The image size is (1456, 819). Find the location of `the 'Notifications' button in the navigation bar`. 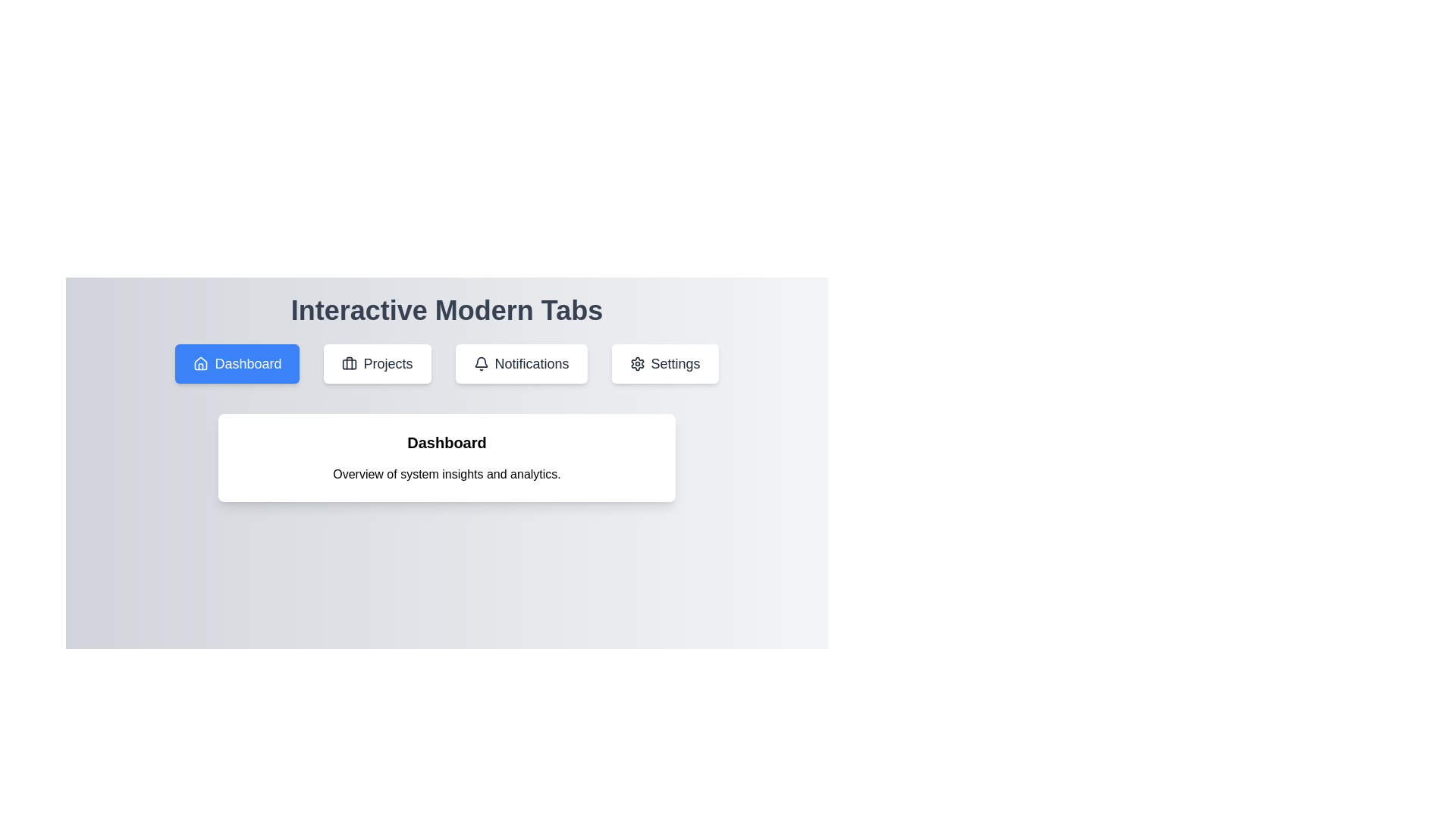

the 'Notifications' button in the navigation bar is located at coordinates (521, 363).